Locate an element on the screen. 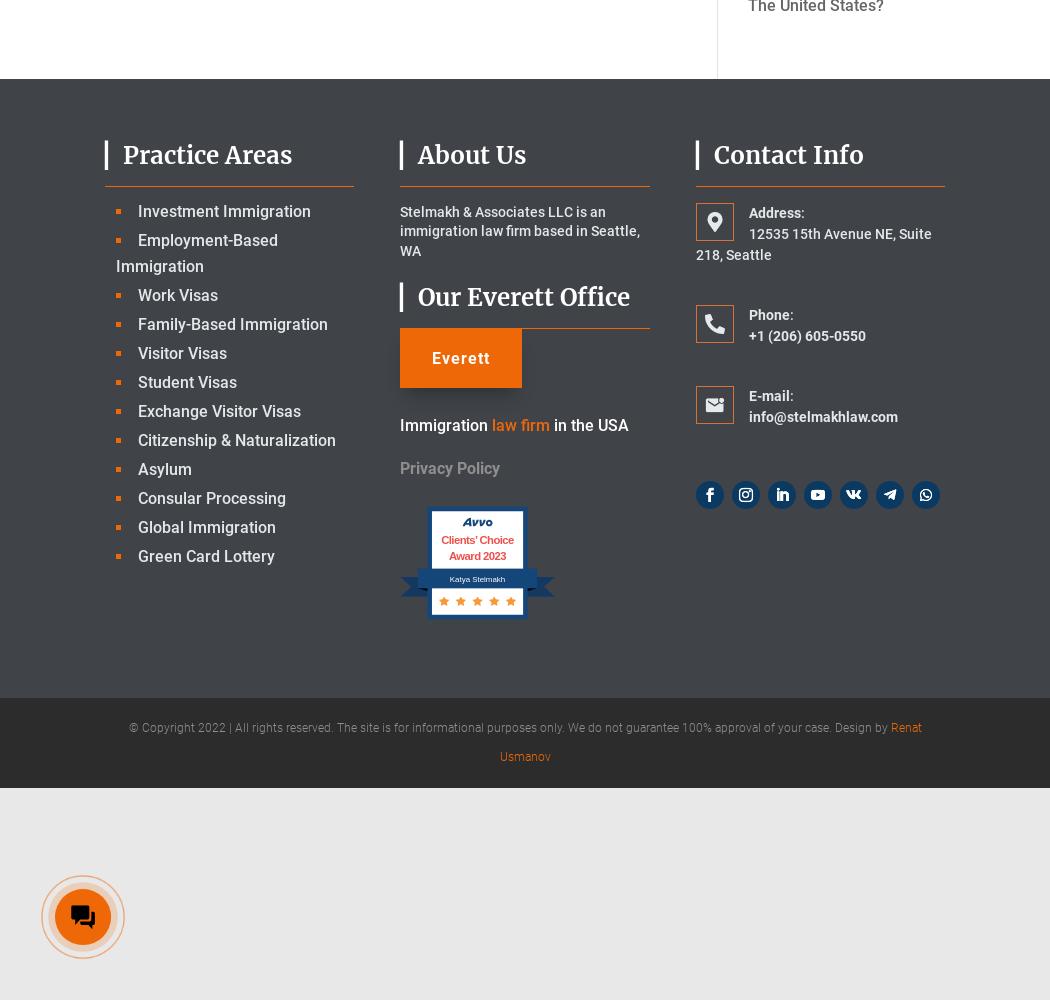  'Consular Processing' is located at coordinates (210, 496).